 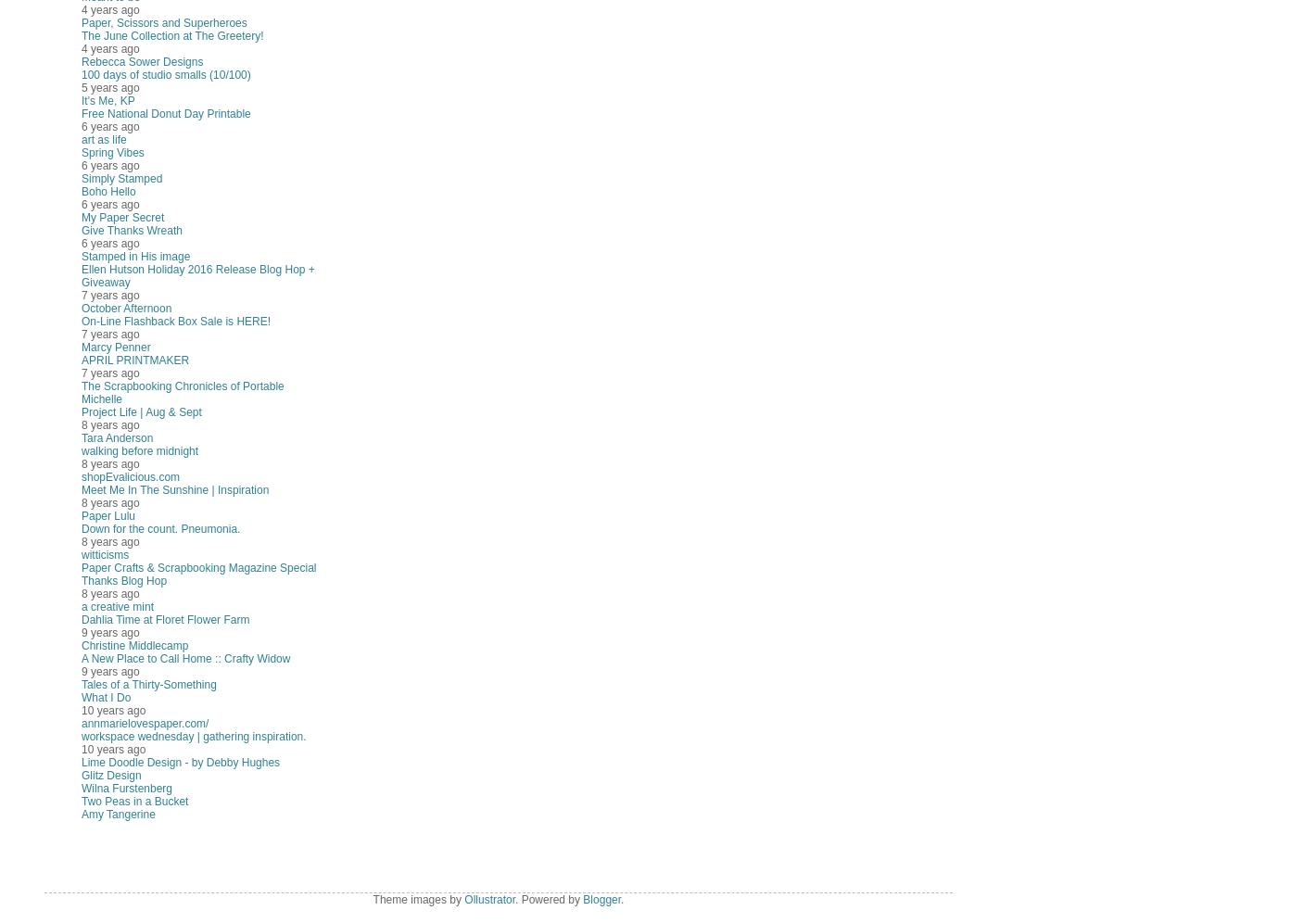 I want to click on 'Give Thanks Wreath', so click(x=131, y=231).